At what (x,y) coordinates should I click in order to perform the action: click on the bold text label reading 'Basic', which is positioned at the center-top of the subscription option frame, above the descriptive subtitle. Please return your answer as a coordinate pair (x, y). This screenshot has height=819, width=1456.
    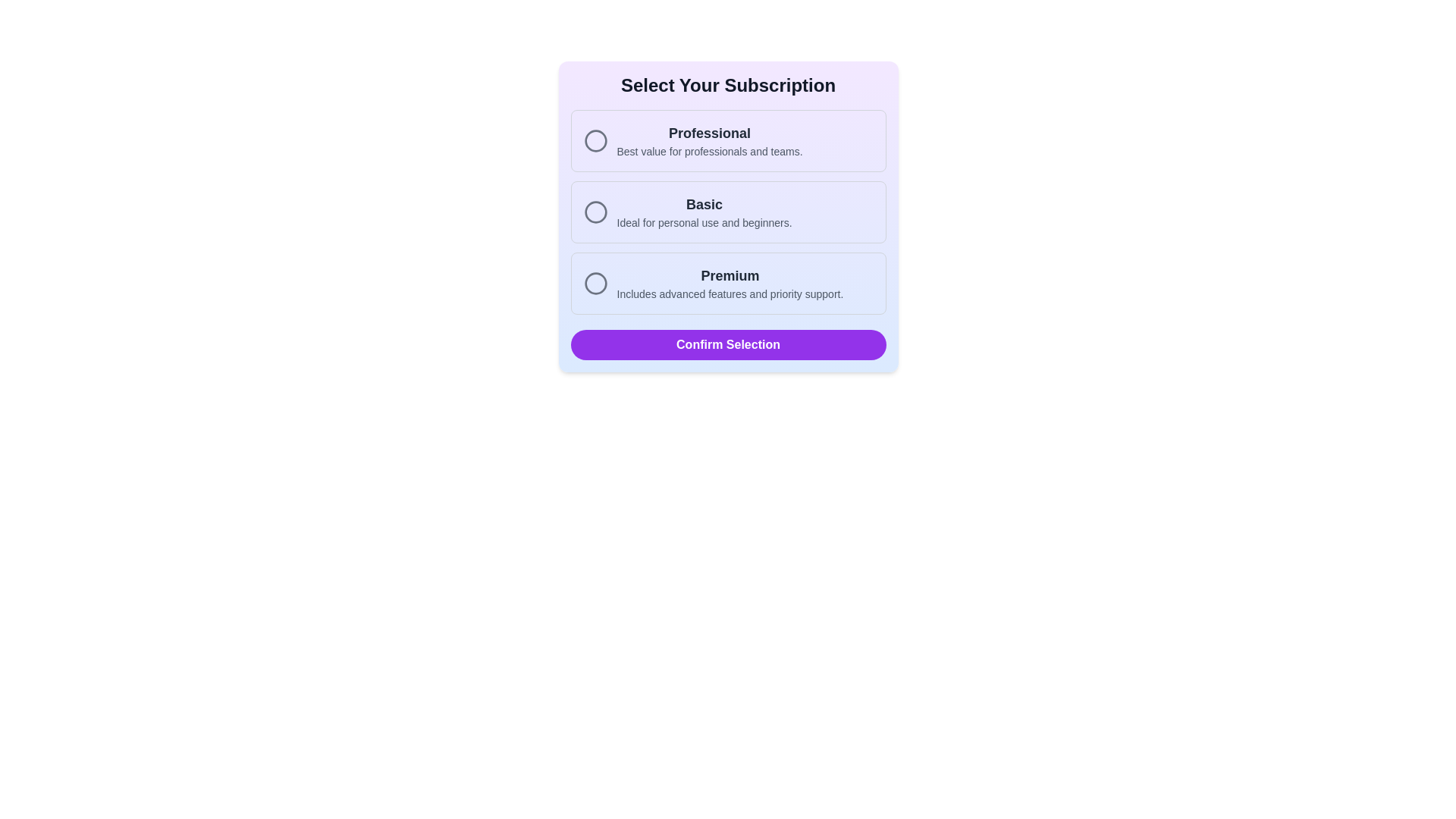
    Looking at the image, I should click on (704, 205).